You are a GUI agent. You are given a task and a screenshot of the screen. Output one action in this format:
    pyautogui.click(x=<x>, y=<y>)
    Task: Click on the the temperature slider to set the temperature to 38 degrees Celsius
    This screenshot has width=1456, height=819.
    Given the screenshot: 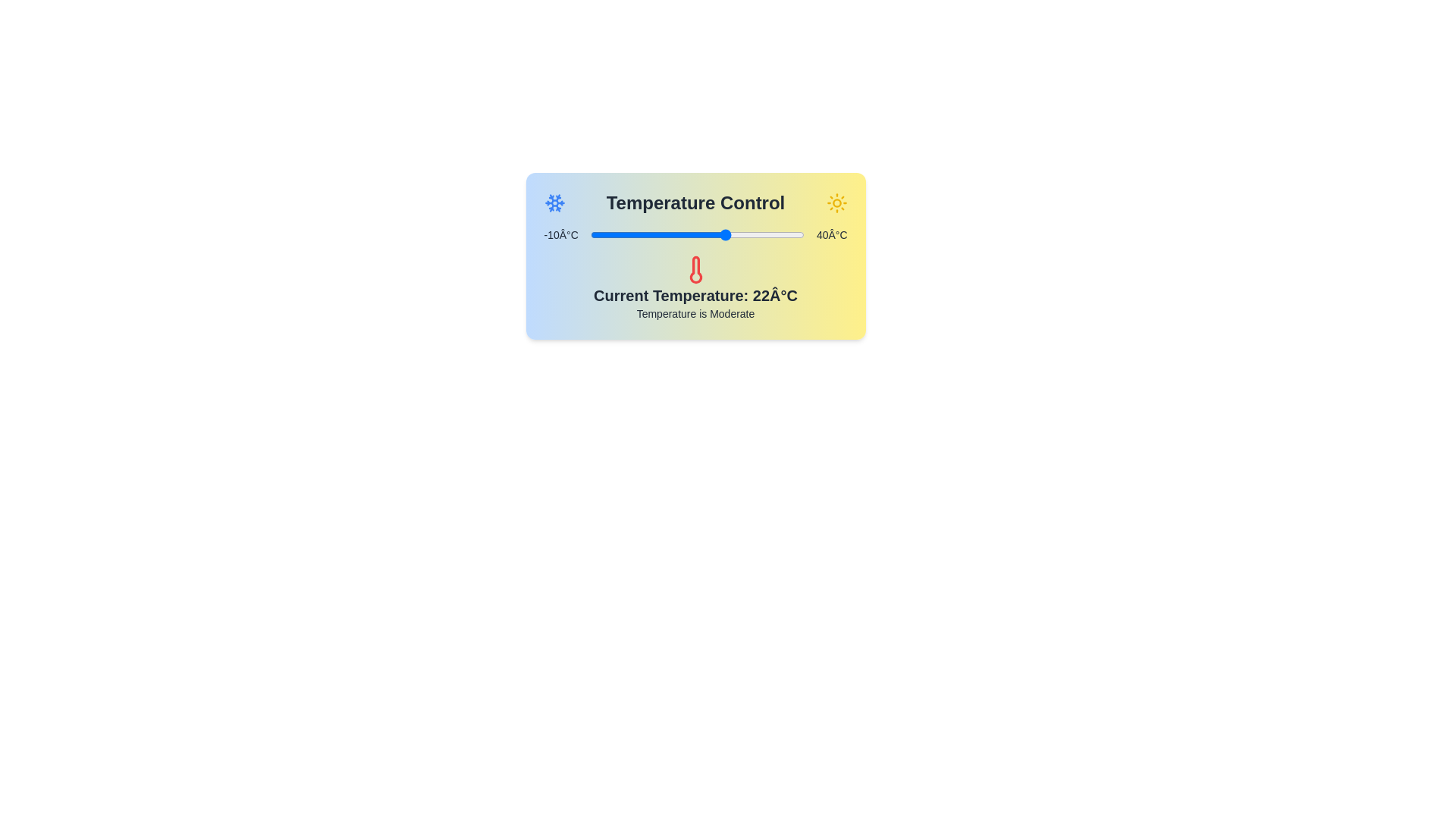 What is the action you would take?
    pyautogui.click(x=795, y=234)
    